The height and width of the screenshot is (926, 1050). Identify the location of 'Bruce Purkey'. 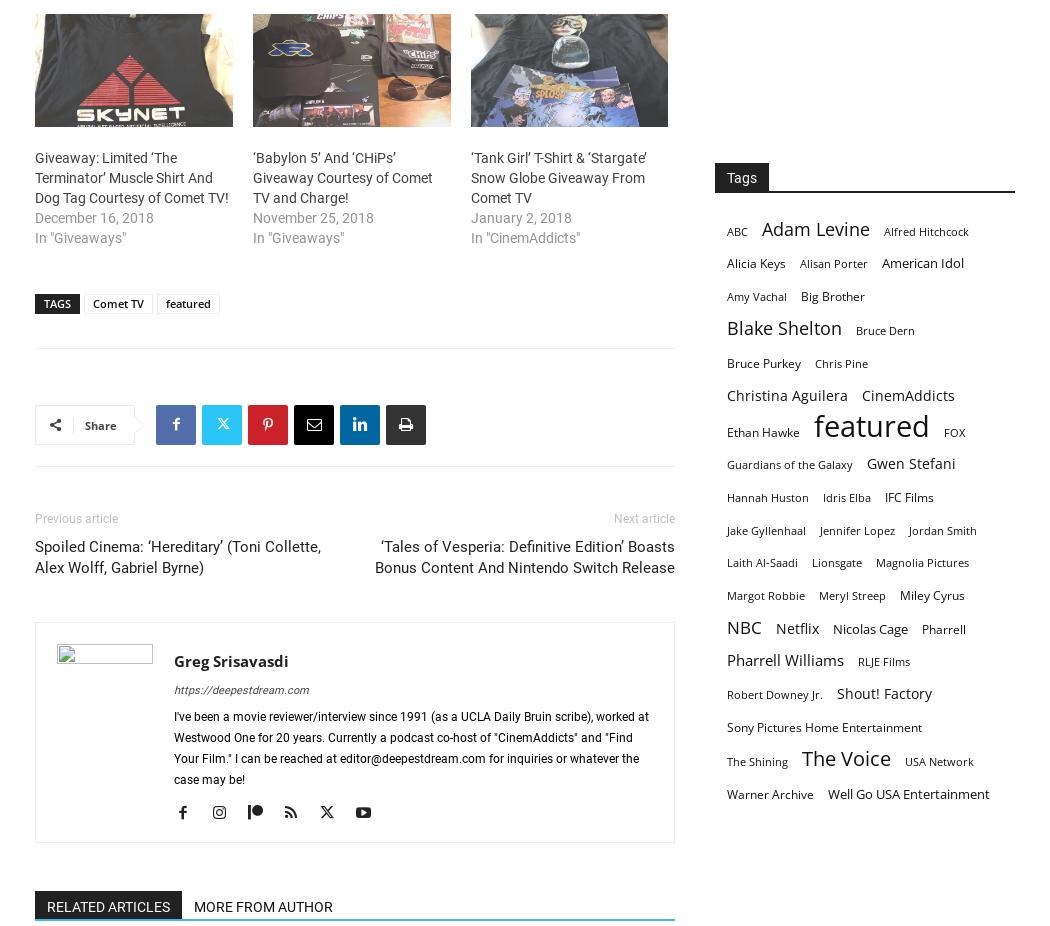
(726, 362).